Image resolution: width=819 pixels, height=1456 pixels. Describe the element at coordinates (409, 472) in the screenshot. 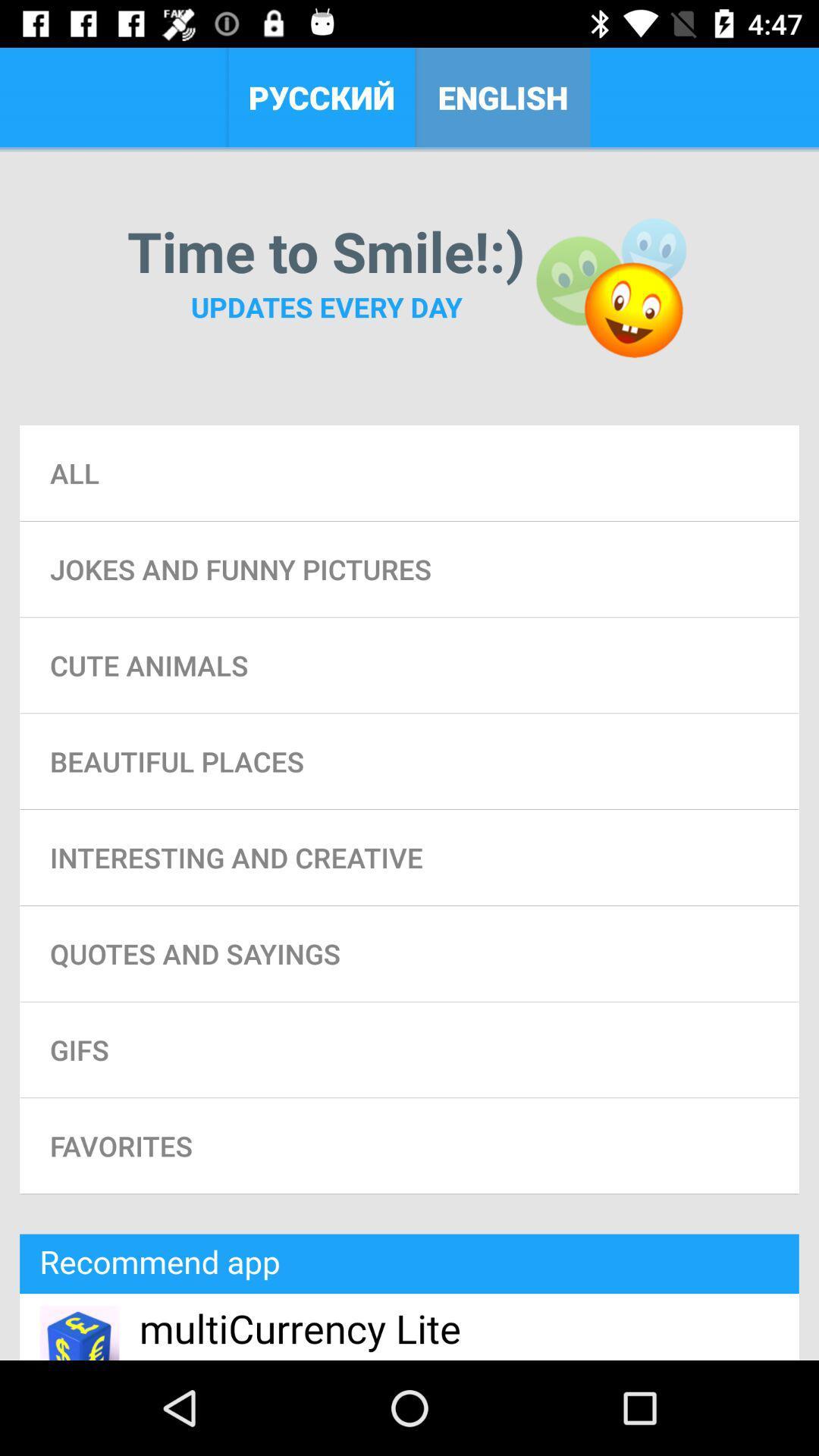

I see `item above jokes and funny item` at that location.